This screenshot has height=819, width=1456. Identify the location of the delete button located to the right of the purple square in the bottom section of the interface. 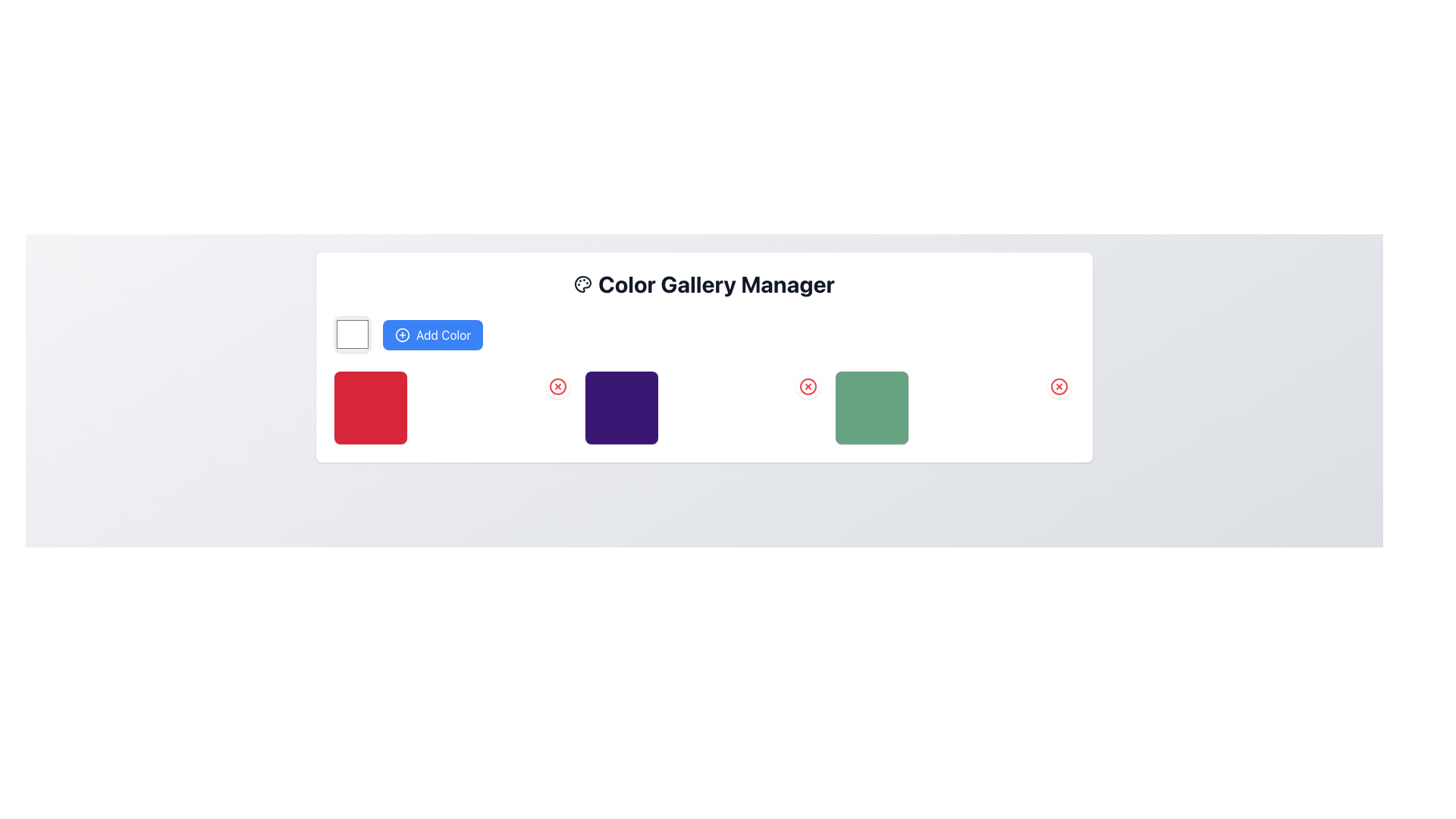
(557, 385).